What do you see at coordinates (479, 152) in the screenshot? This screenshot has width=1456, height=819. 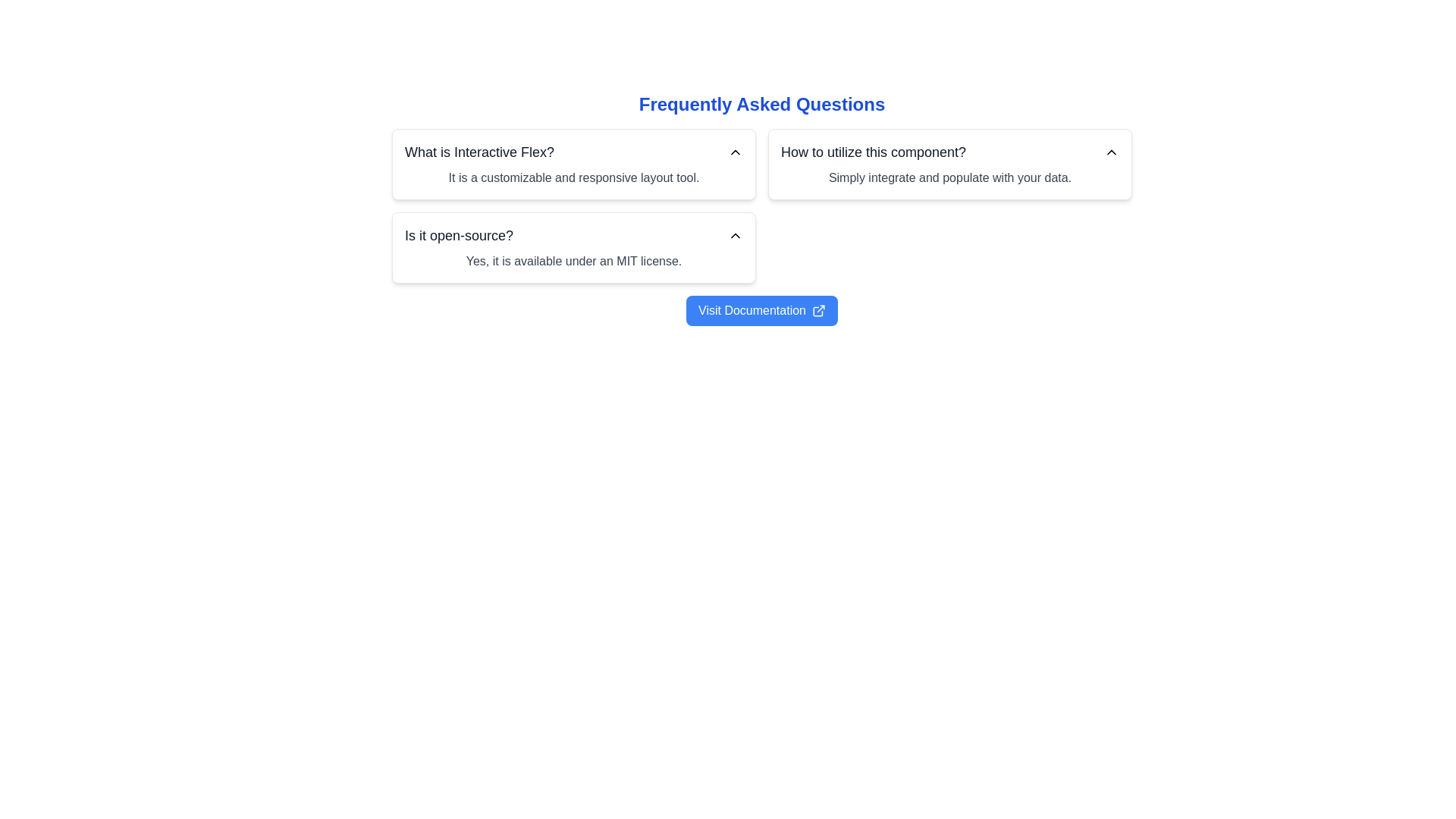 I see `the text label that serves as the header for the FAQ card, located in the top-left section of the FAQ layout, specifically the first card of the left column` at bounding box center [479, 152].